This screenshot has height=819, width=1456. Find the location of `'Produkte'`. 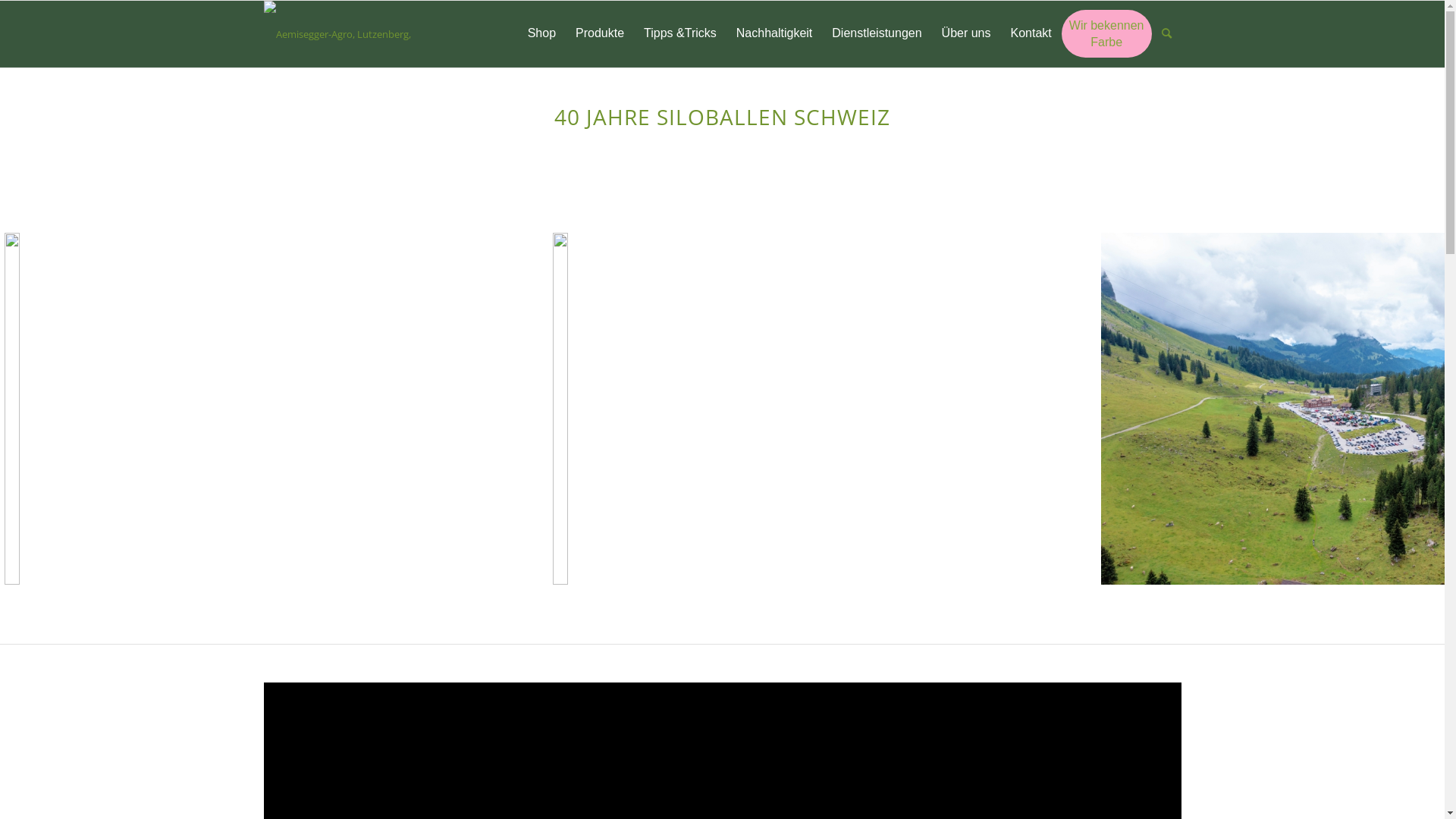

'Produkte' is located at coordinates (599, 34).